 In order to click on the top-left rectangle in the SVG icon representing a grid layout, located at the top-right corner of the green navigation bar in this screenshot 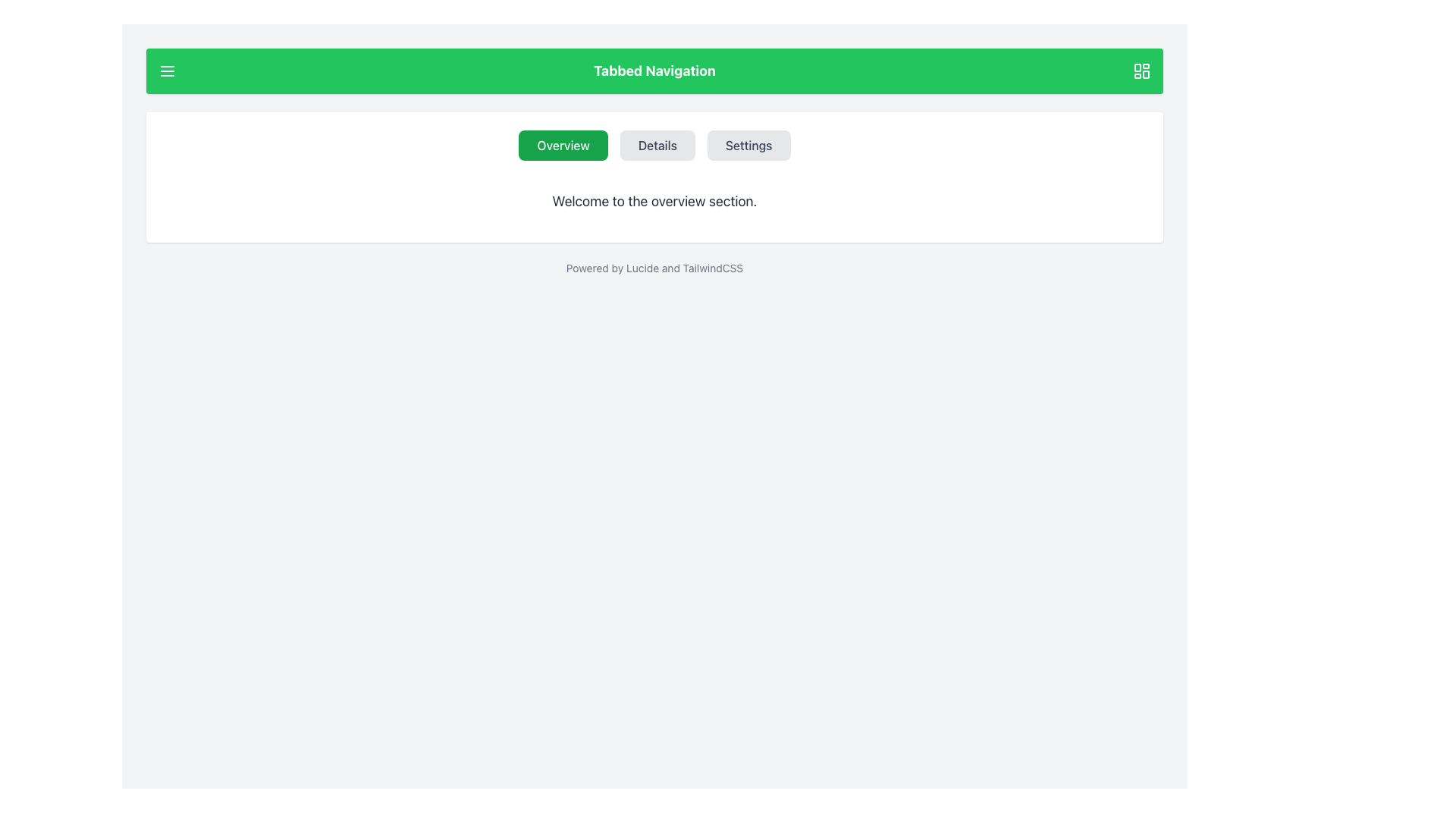, I will do `click(1137, 67)`.